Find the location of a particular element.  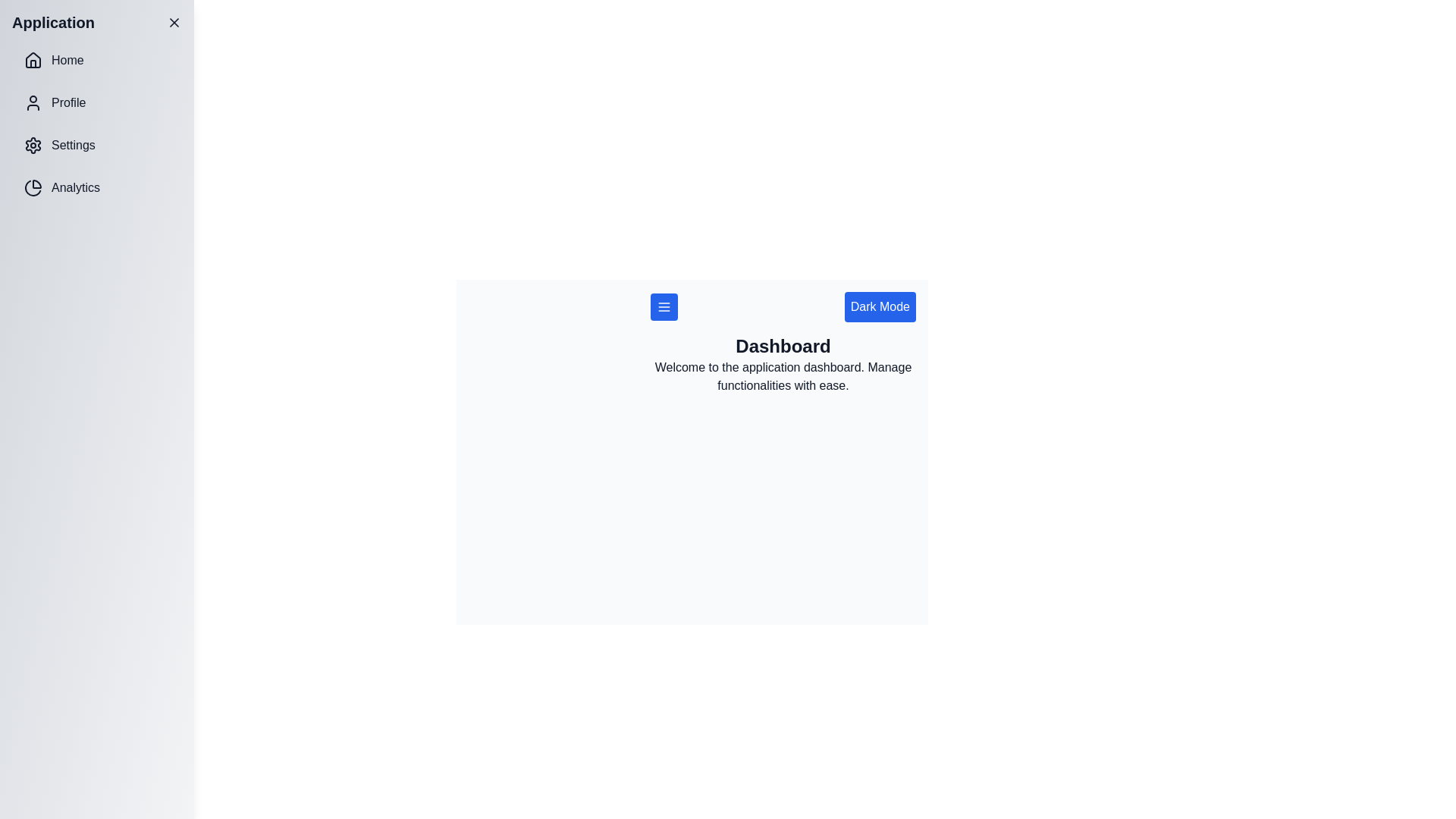

the hamburger icon with a blue background and white lines located at the top-left corner of the central panel is located at coordinates (664, 307).